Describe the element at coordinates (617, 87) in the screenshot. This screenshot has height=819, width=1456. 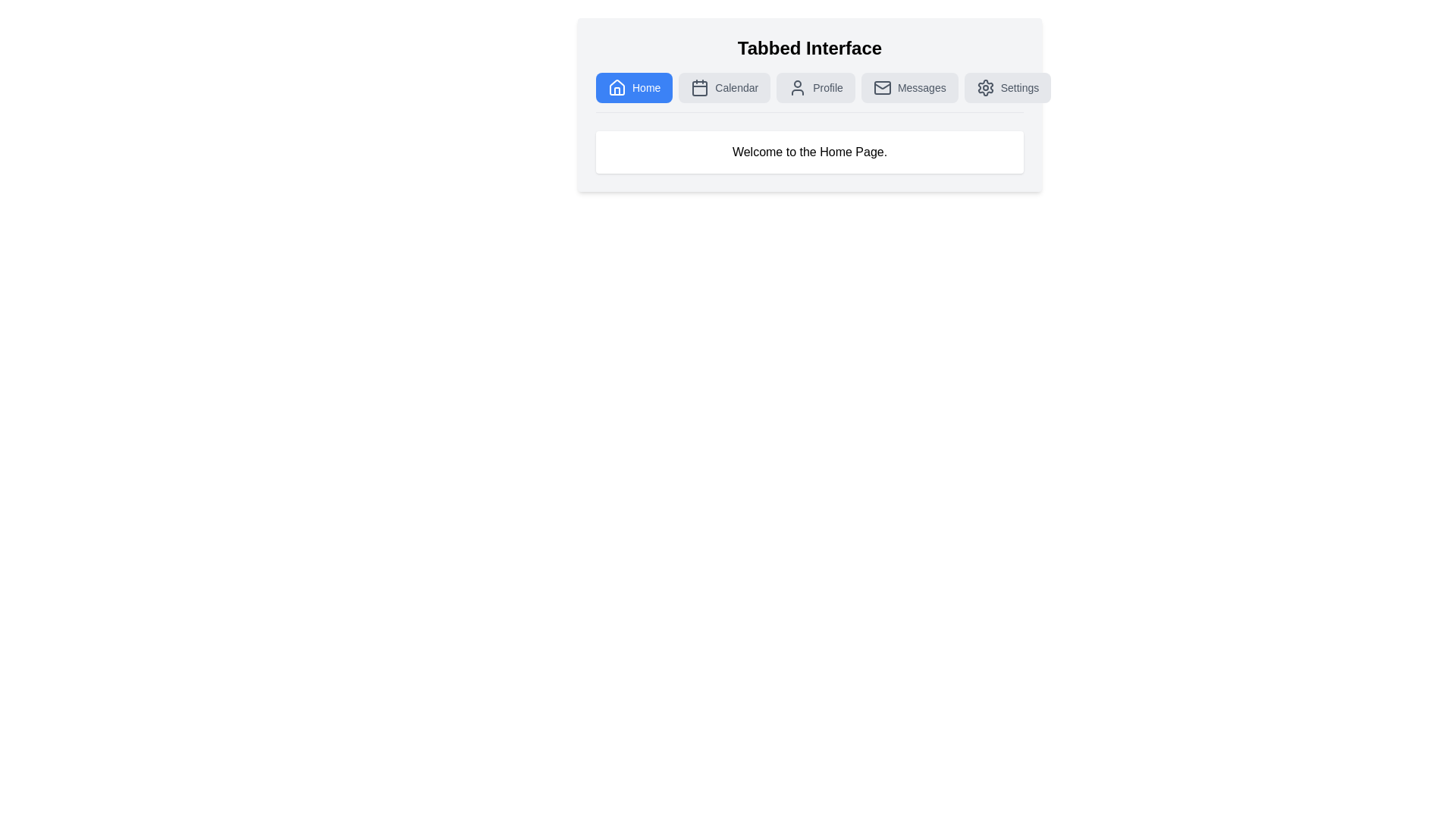
I see `the house-shaped SVG icon located within the 'Home' button in the navigation bar, positioned at the top-left corner of the interface` at that location.